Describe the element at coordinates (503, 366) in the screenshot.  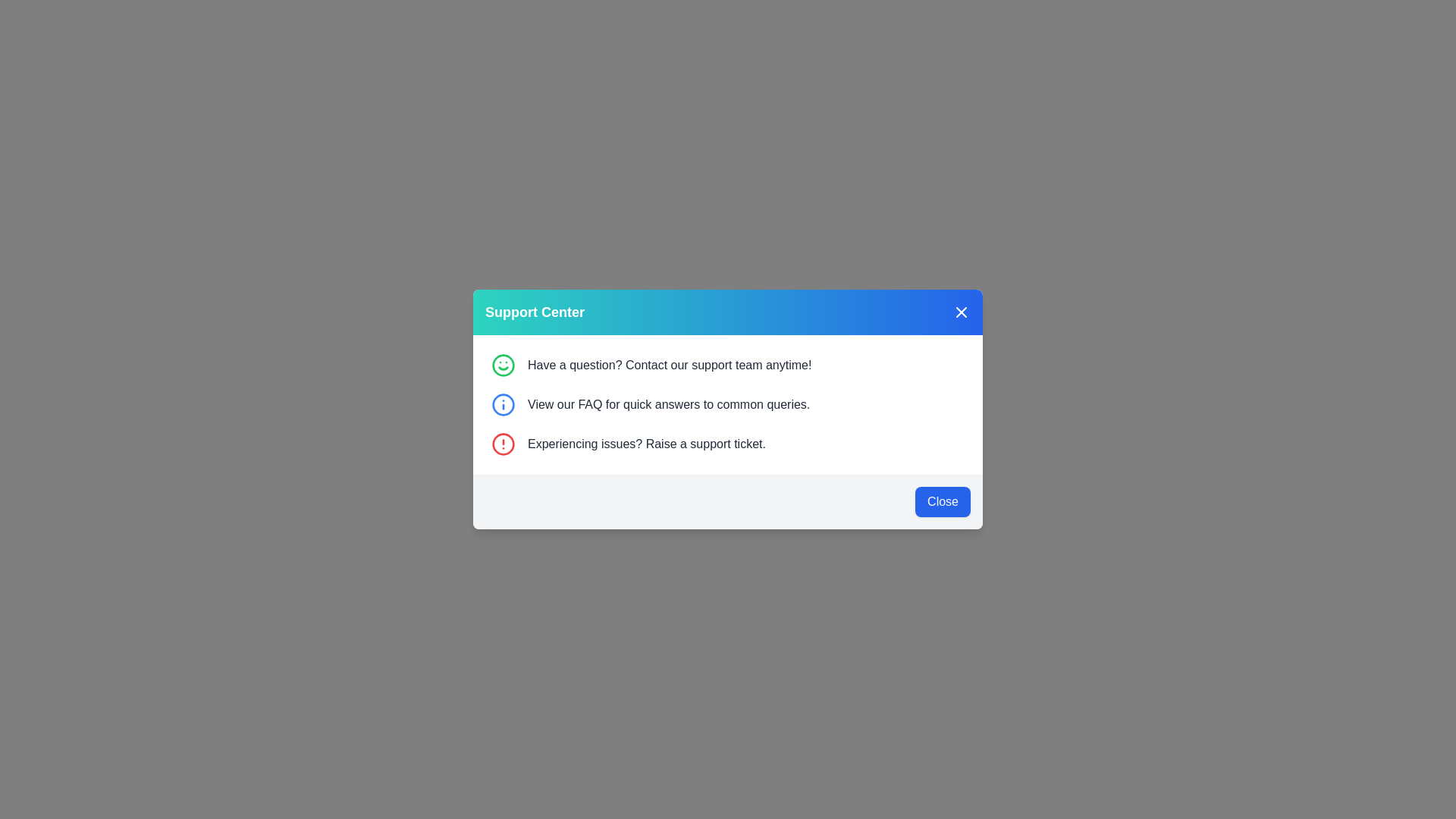
I see `the visual appearance of the circular smiling face icon outlined in green, located next to the text 'Have a question? Contact our support team anytime!'` at that location.